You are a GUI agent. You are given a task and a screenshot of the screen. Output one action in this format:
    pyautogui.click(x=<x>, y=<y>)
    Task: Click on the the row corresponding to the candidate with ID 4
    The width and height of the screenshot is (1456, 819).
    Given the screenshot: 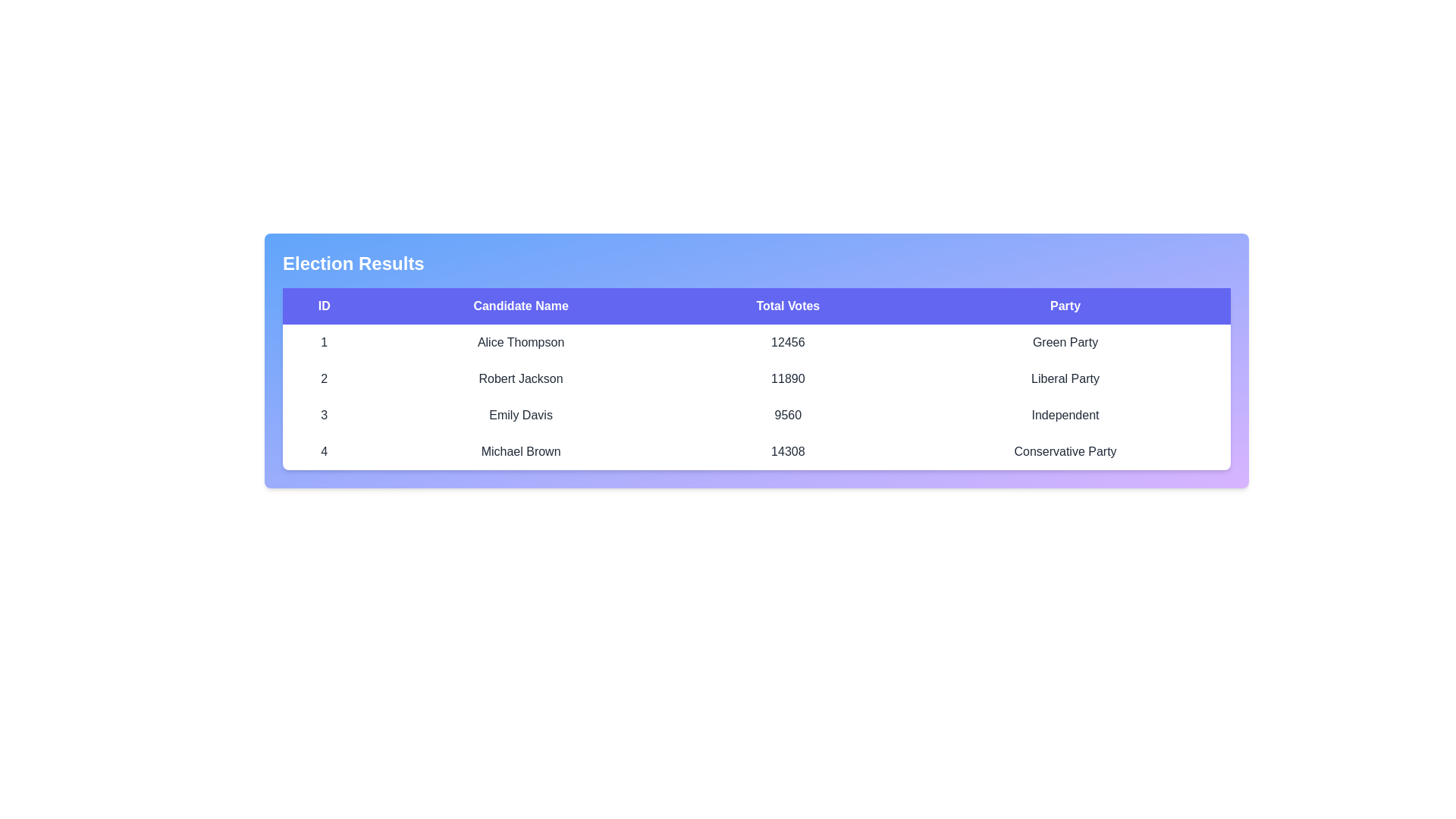 What is the action you would take?
    pyautogui.click(x=757, y=451)
    